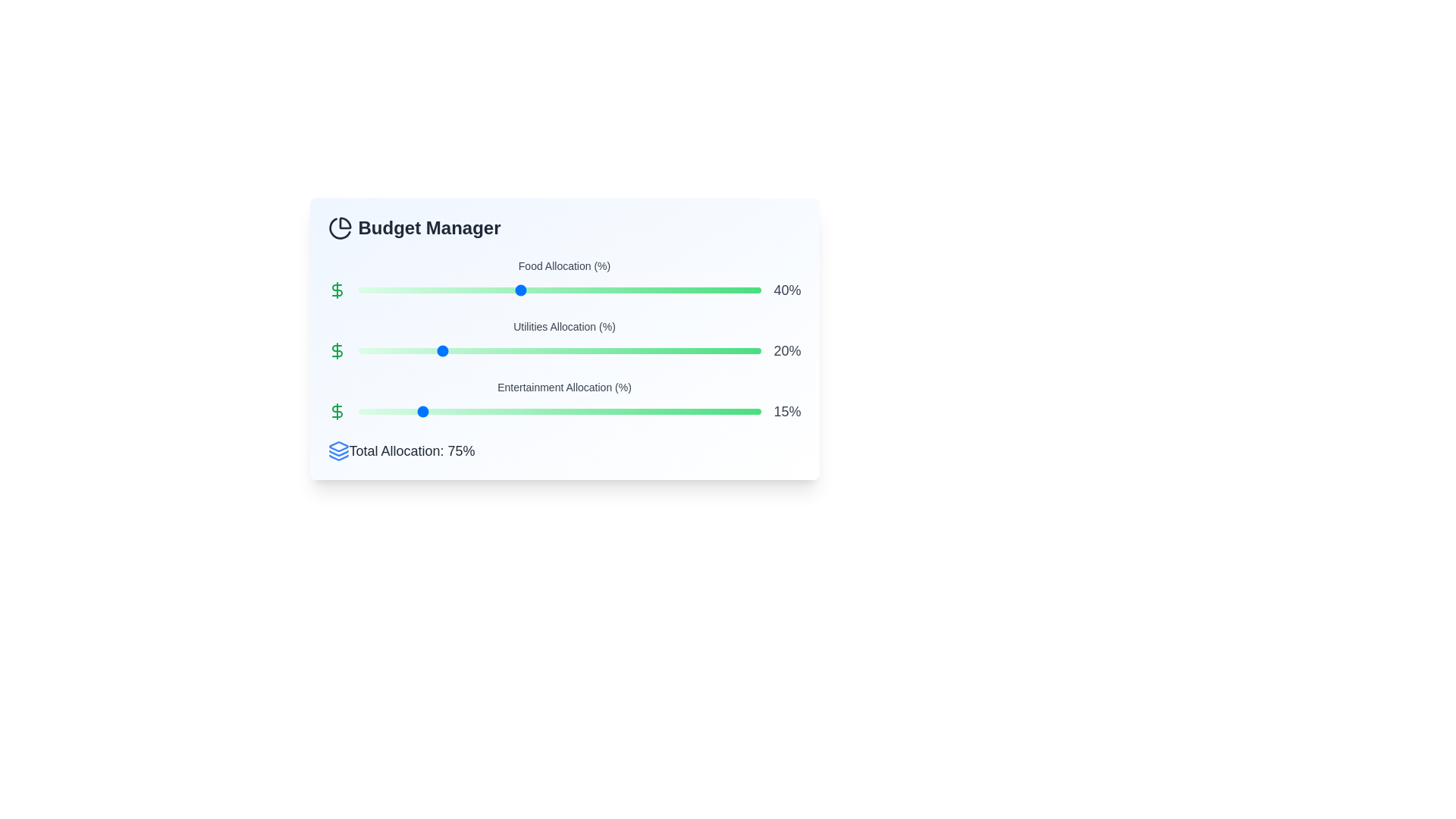  I want to click on the Entertainment Allocation slider to 15%, so click(419, 412).